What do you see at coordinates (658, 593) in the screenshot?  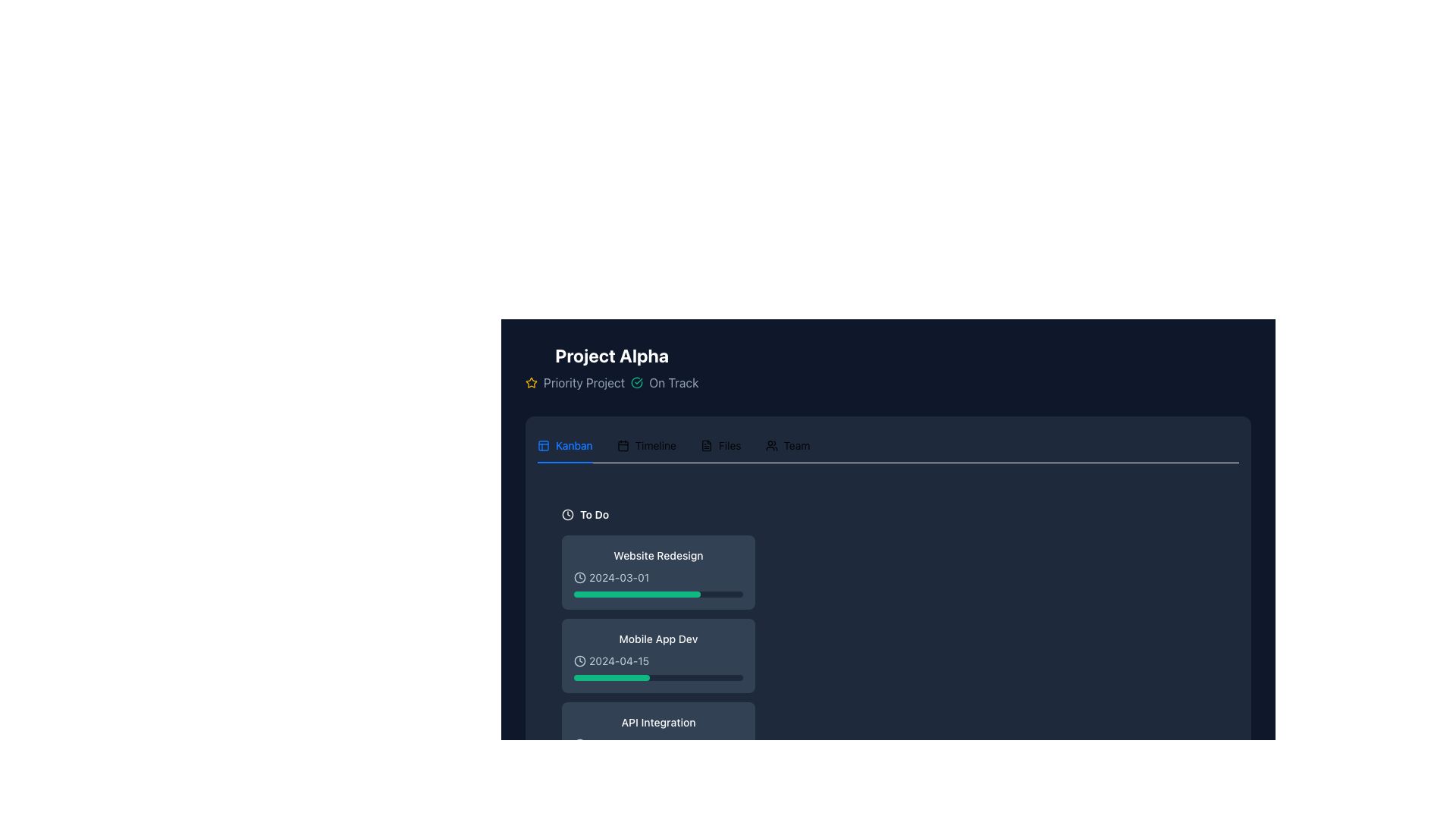 I see `the progress bar representing the completion of the 'Website Redesign' task, located within the card labeled 'Website Redesign' and below the subtitle '2024-03-01'` at bounding box center [658, 593].